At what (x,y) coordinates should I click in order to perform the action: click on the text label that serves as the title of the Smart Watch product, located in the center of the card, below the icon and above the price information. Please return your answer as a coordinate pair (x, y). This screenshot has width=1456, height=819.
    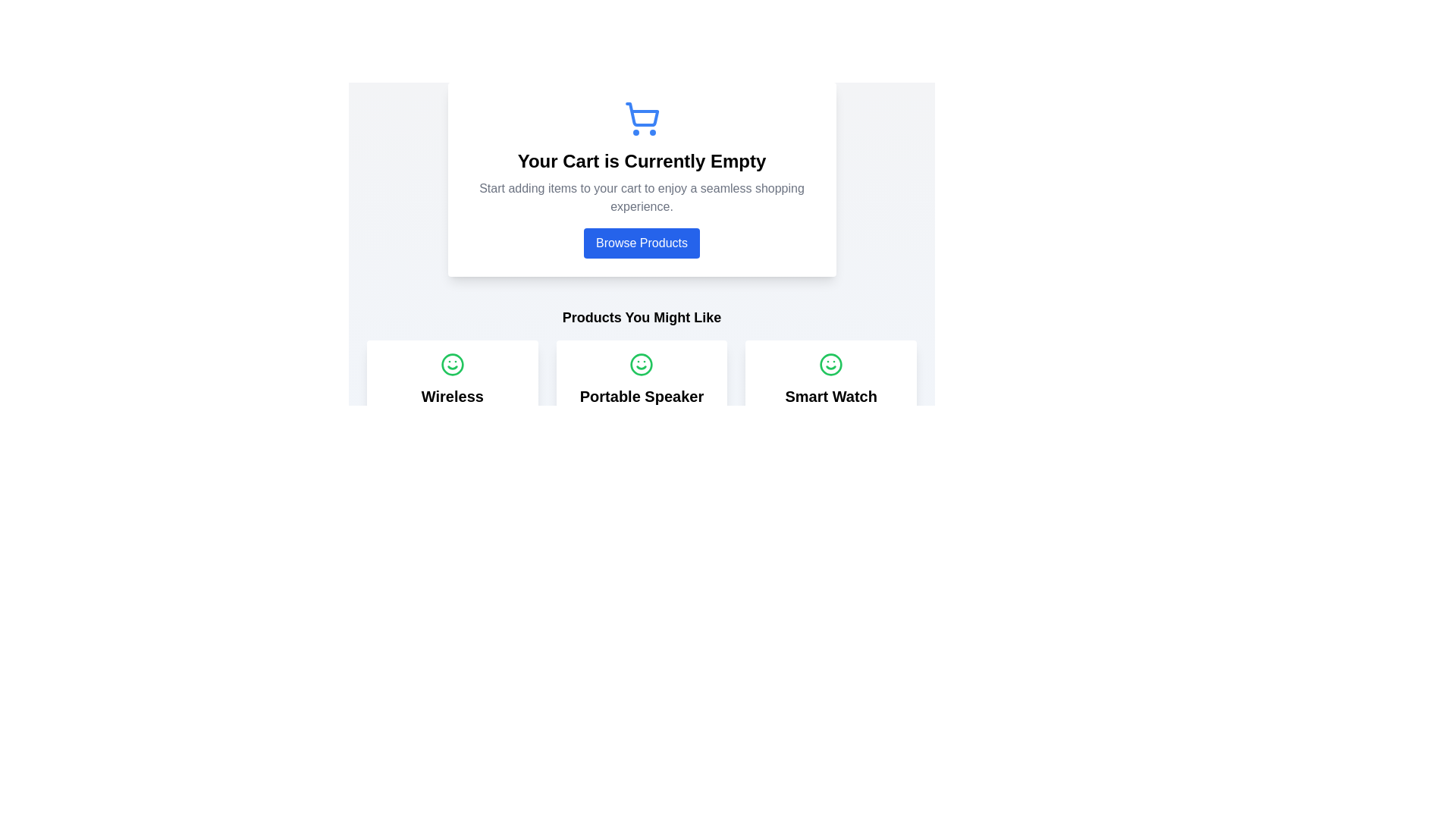
    Looking at the image, I should click on (830, 396).